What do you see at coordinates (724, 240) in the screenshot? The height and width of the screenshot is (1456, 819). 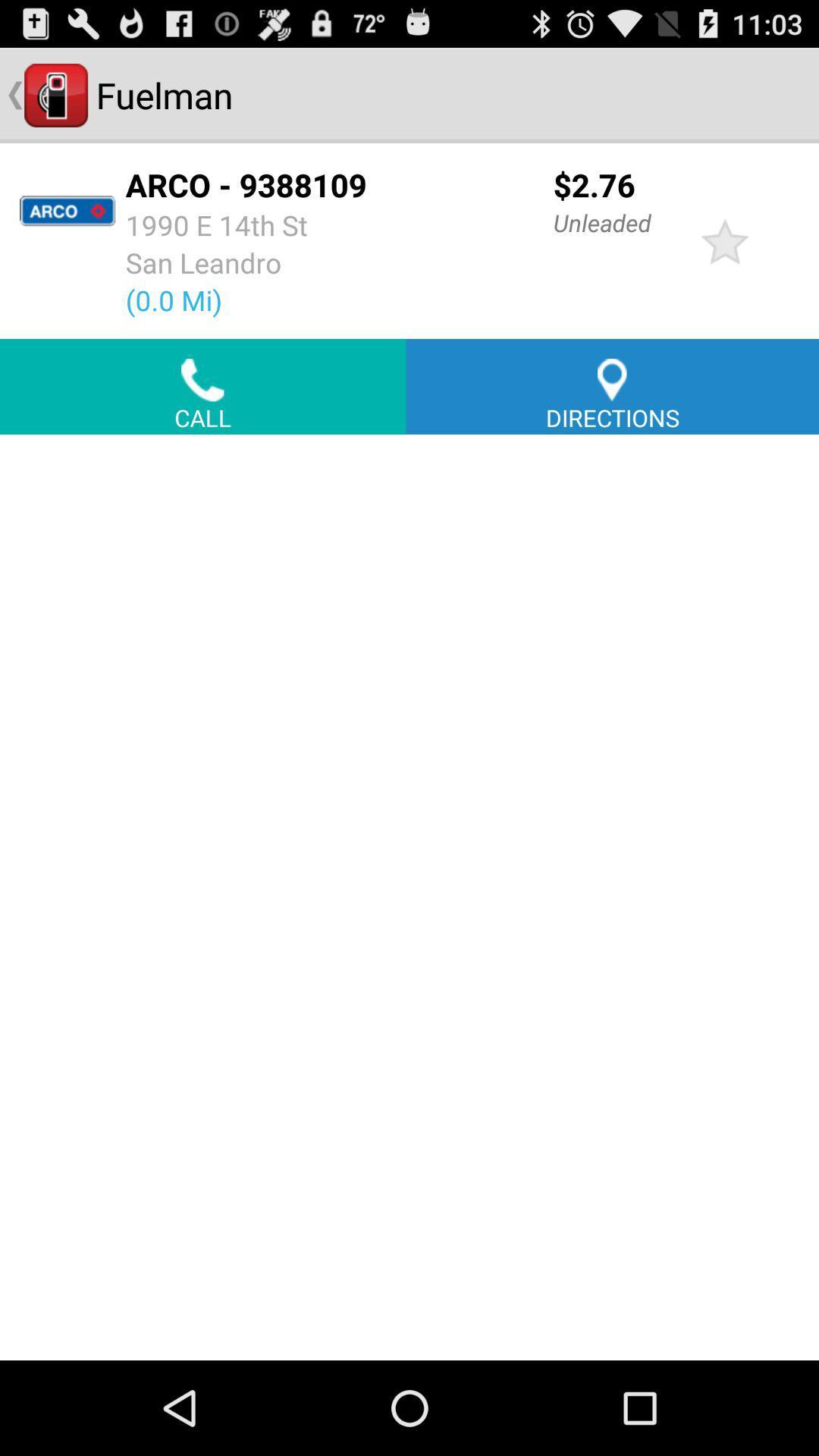 I see `mark as favorite` at bounding box center [724, 240].